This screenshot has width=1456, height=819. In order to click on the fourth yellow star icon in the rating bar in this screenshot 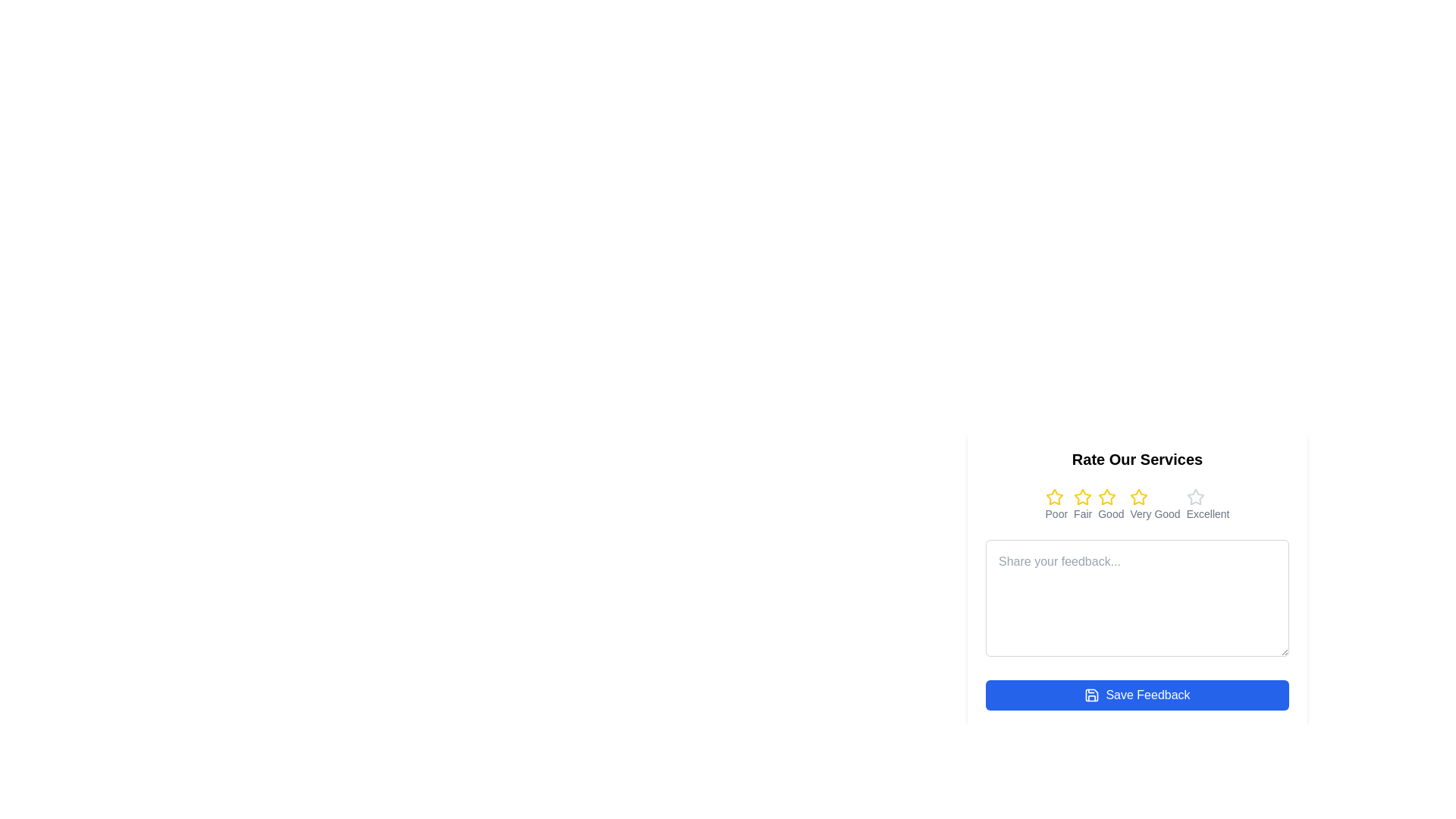, I will do `click(1139, 497)`.